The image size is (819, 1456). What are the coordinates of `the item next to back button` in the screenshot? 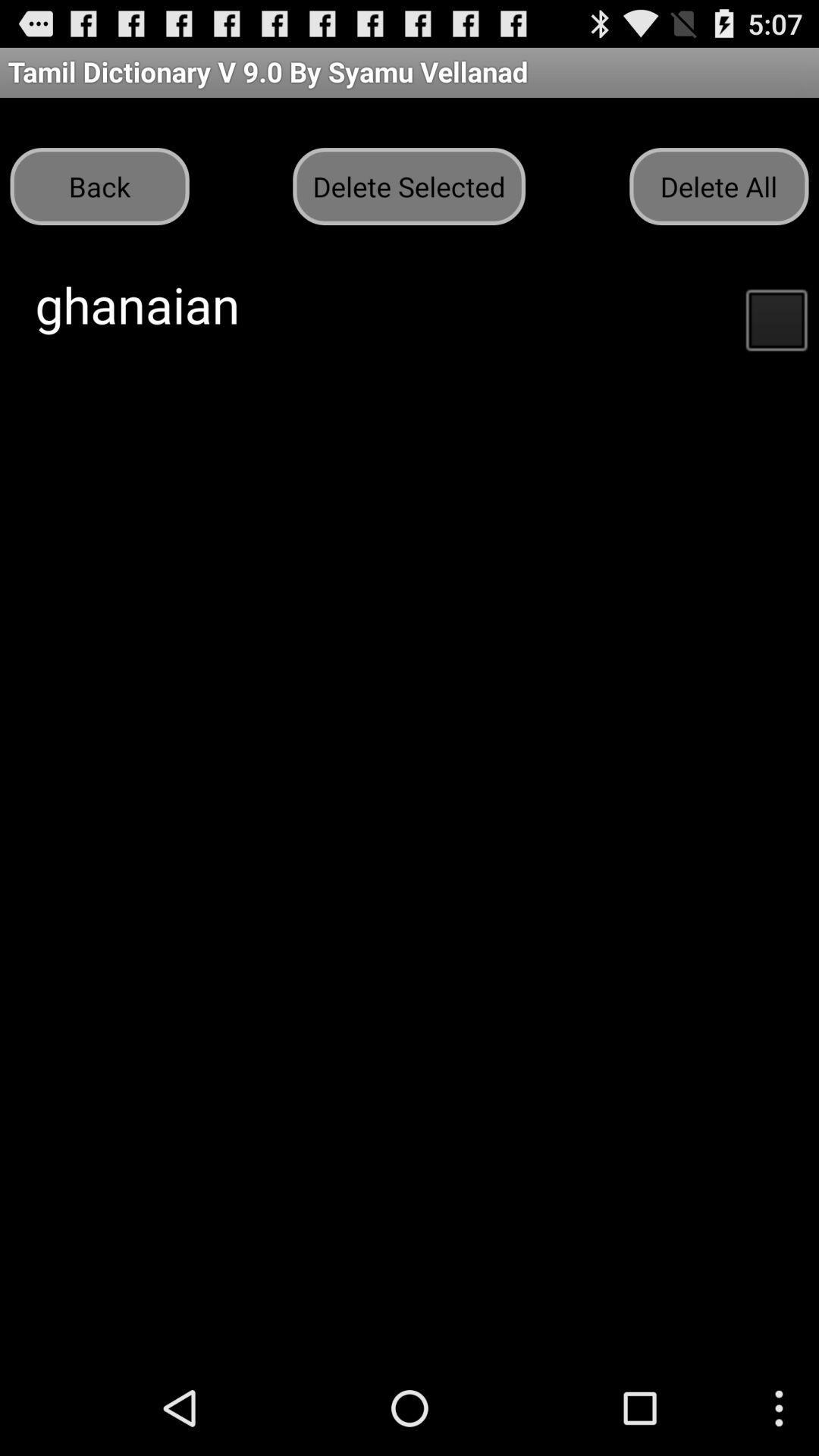 It's located at (408, 185).